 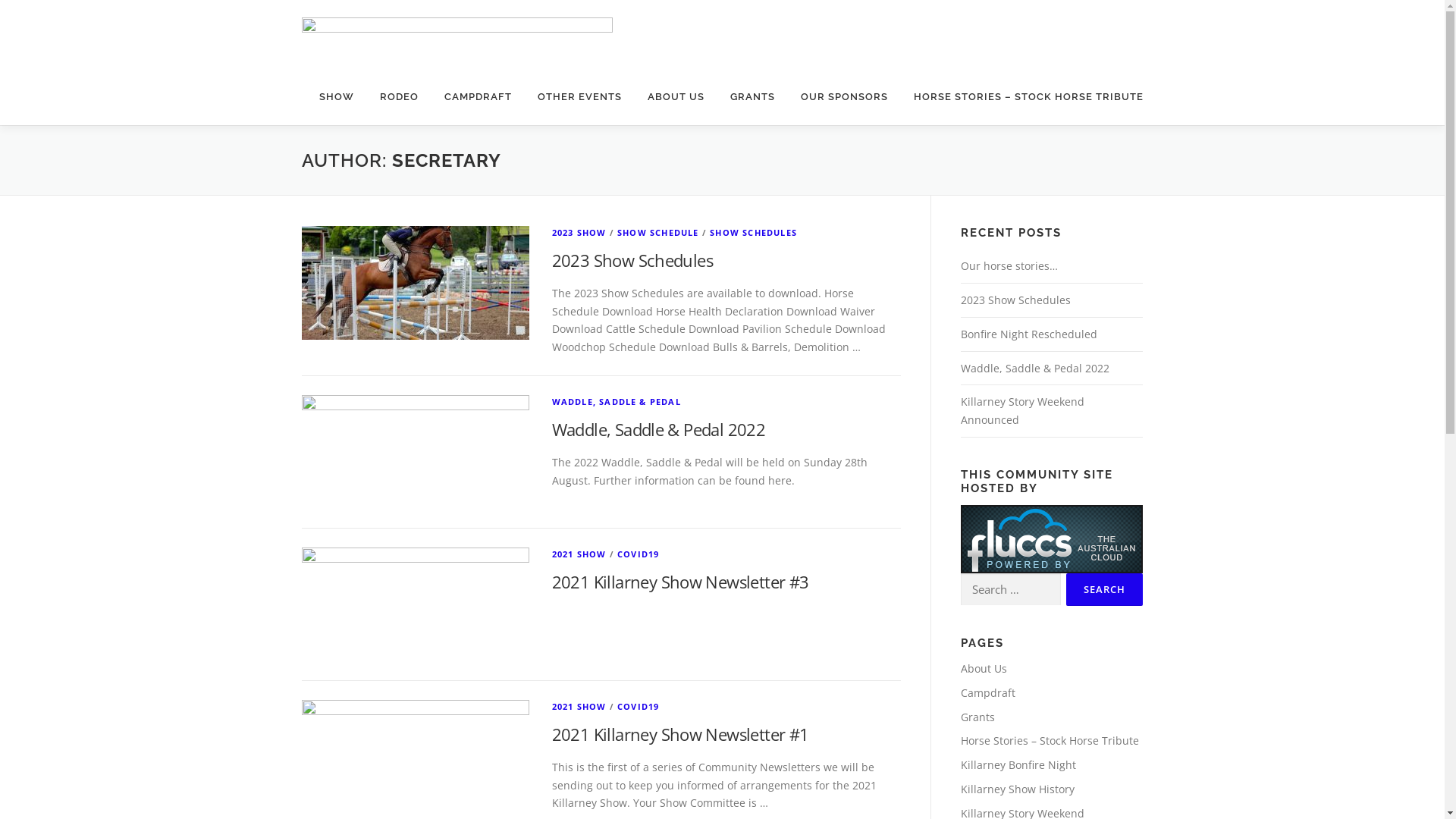 What do you see at coordinates (983, 667) in the screenshot?
I see `'About Us'` at bounding box center [983, 667].